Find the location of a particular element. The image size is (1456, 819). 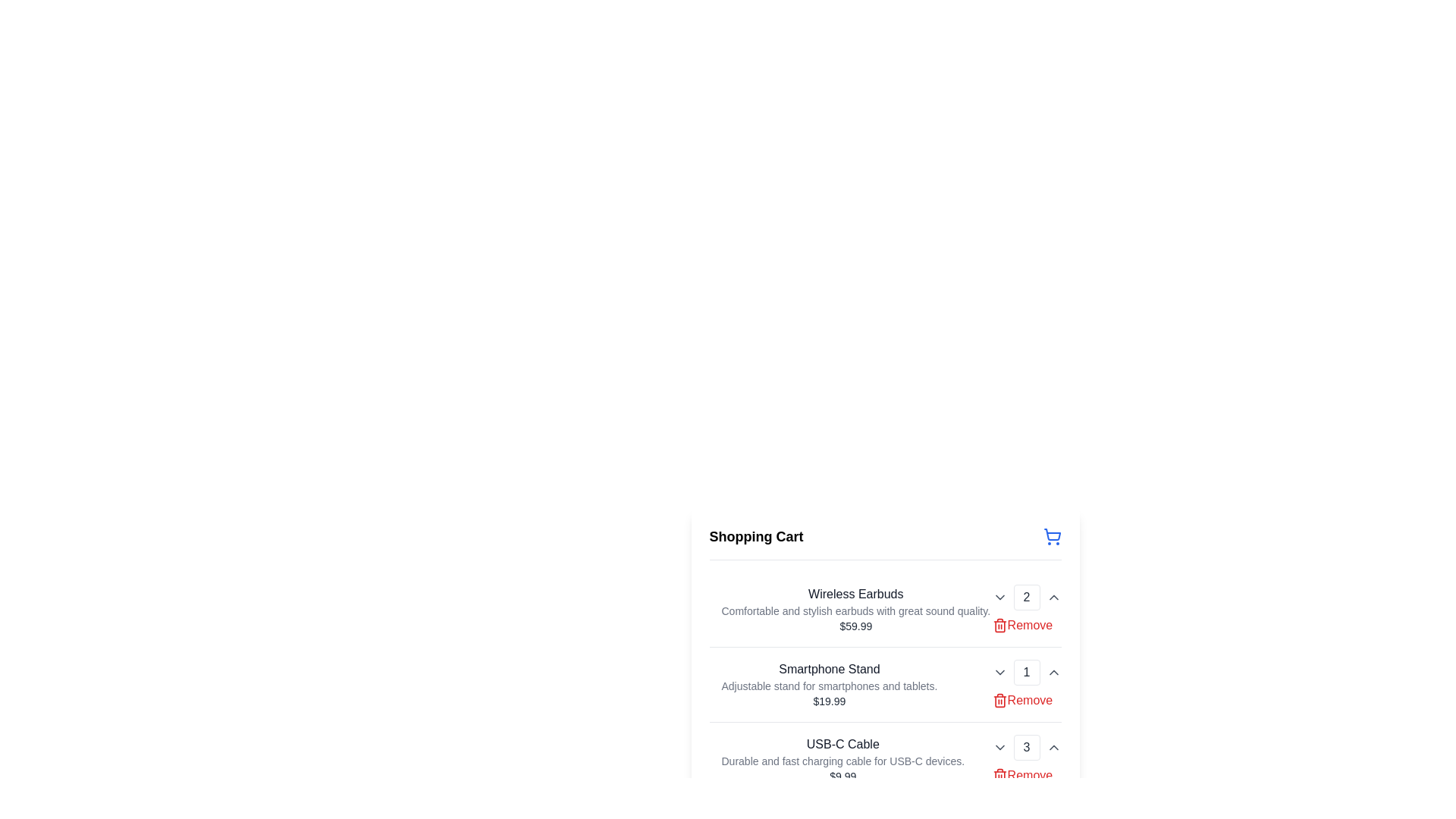

the main body of the trash can icon located to the right of the 'Remove' label in the shopping cart interface is located at coordinates (999, 777).